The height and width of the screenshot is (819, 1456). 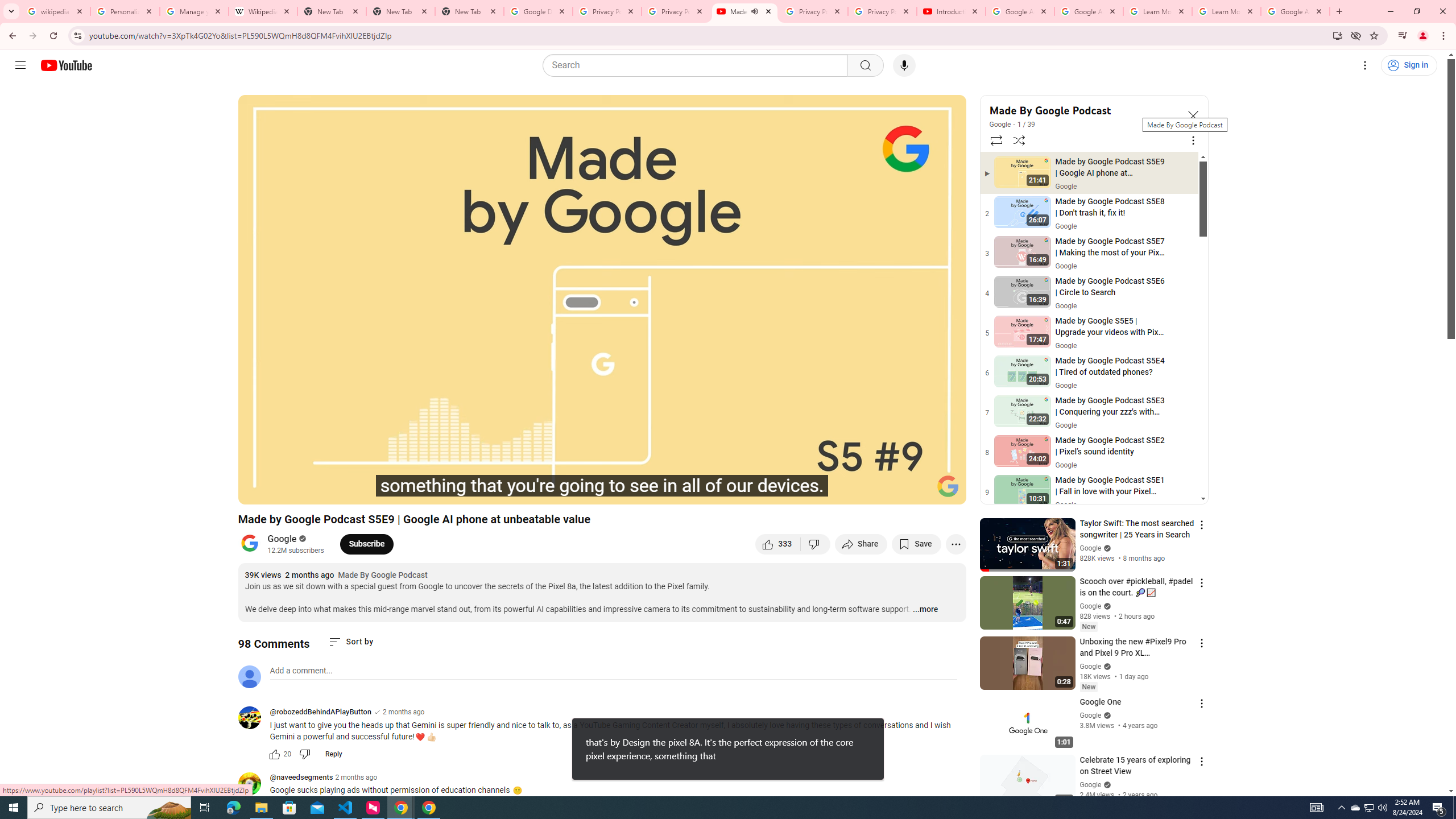 What do you see at coordinates (125, 11) in the screenshot?
I see `'Personalization & Google Search results - Google Search Help'` at bounding box center [125, 11].